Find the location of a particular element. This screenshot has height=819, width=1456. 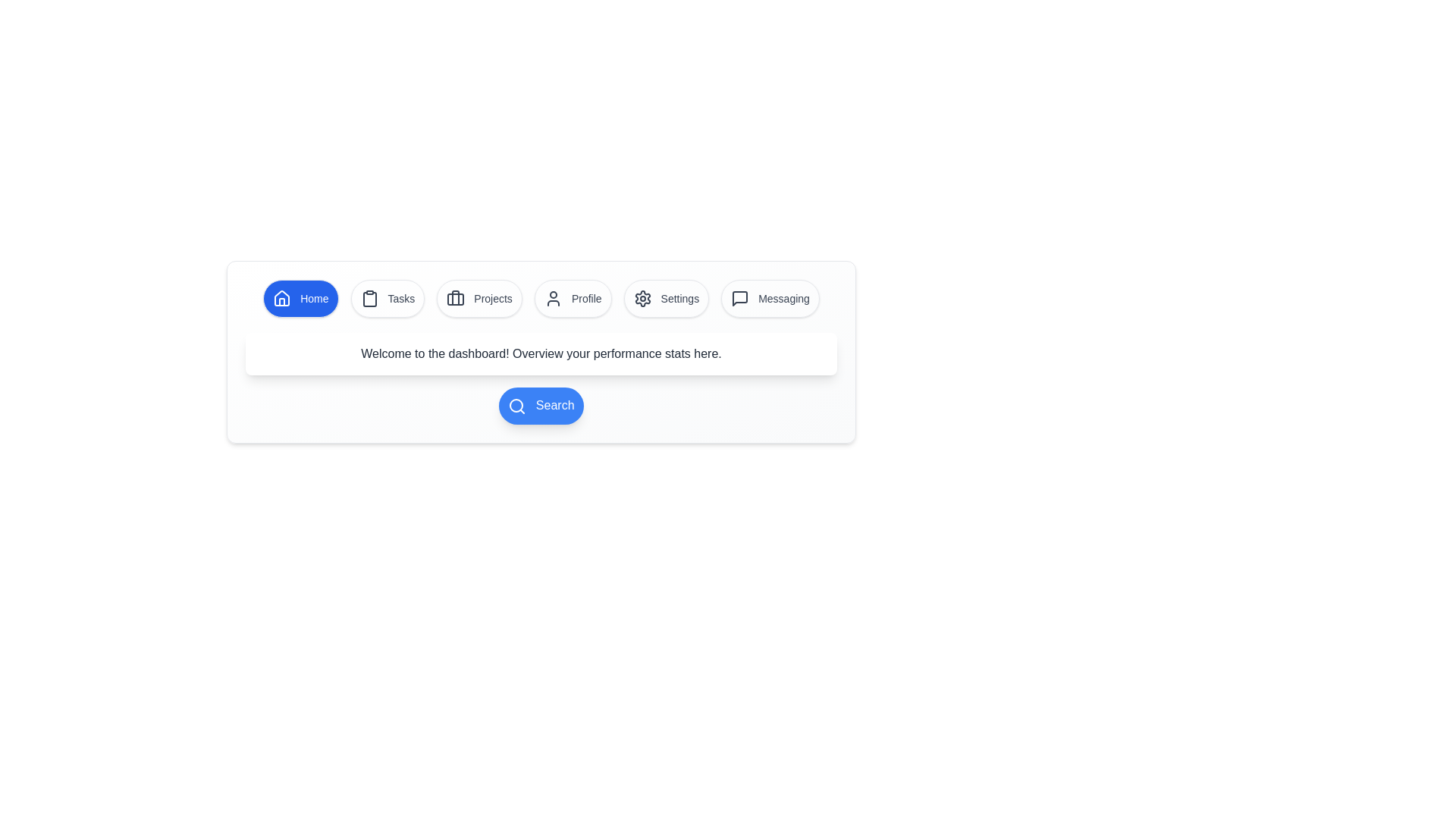

the Text Label that serves as a title for the messaging feature located at the center-right of the main navigation menu, accompanied by a chat bubble icon is located at coordinates (783, 298).